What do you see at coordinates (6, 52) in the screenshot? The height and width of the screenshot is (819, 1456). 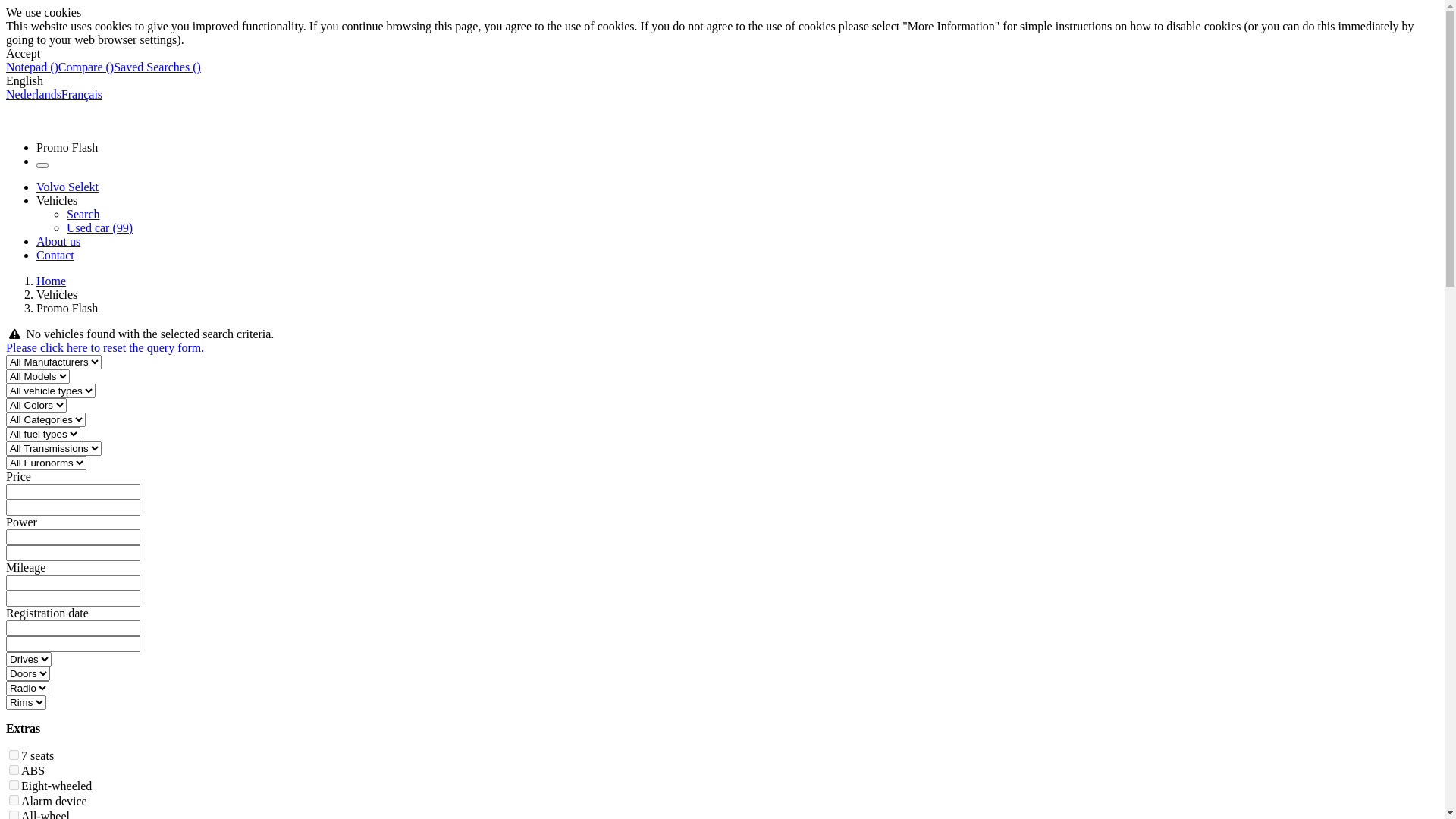 I see `'Accept'` at bounding box center [6, 52].